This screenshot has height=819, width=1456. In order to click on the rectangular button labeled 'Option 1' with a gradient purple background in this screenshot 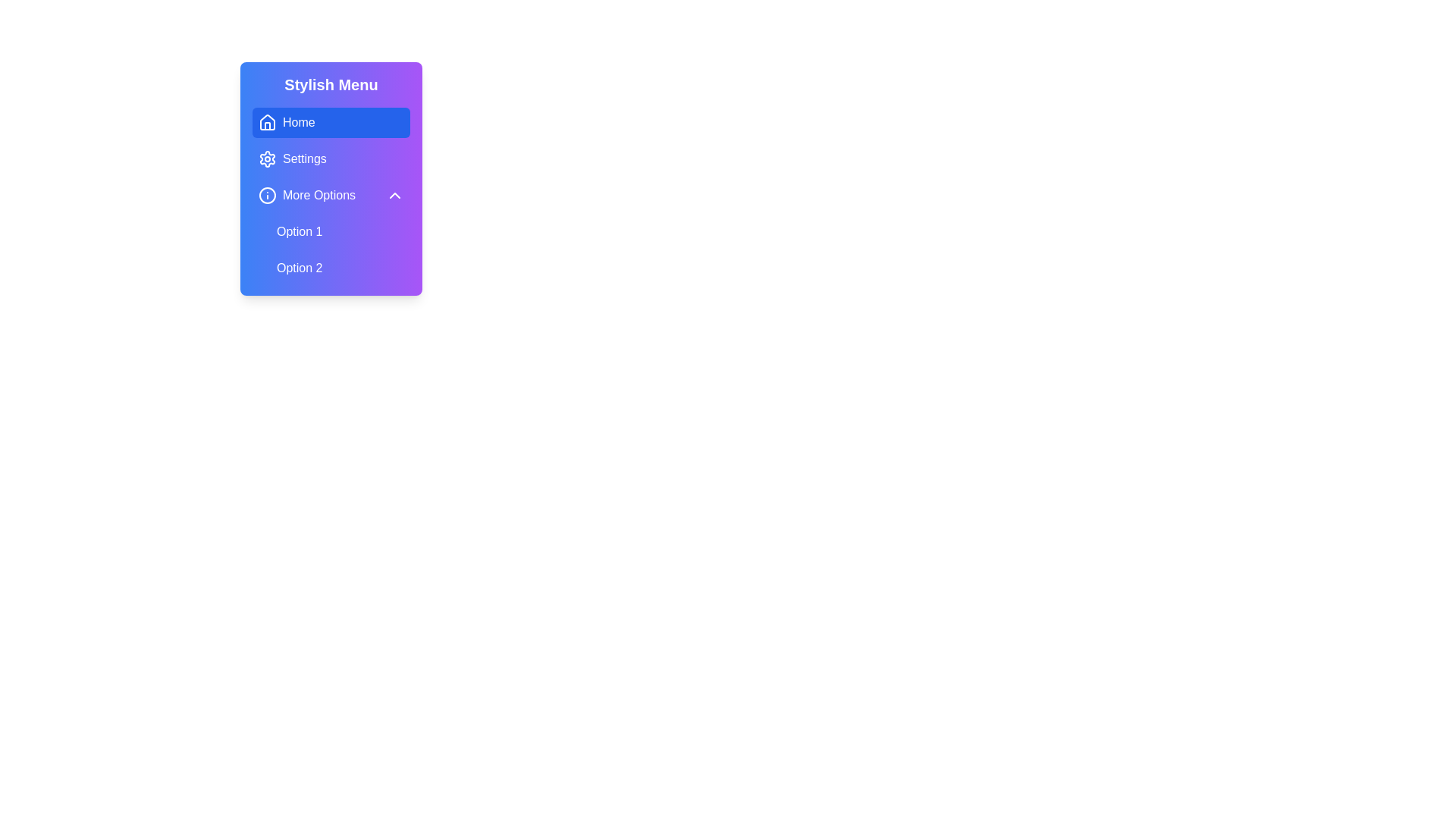, I will do `click(340, 231)`.